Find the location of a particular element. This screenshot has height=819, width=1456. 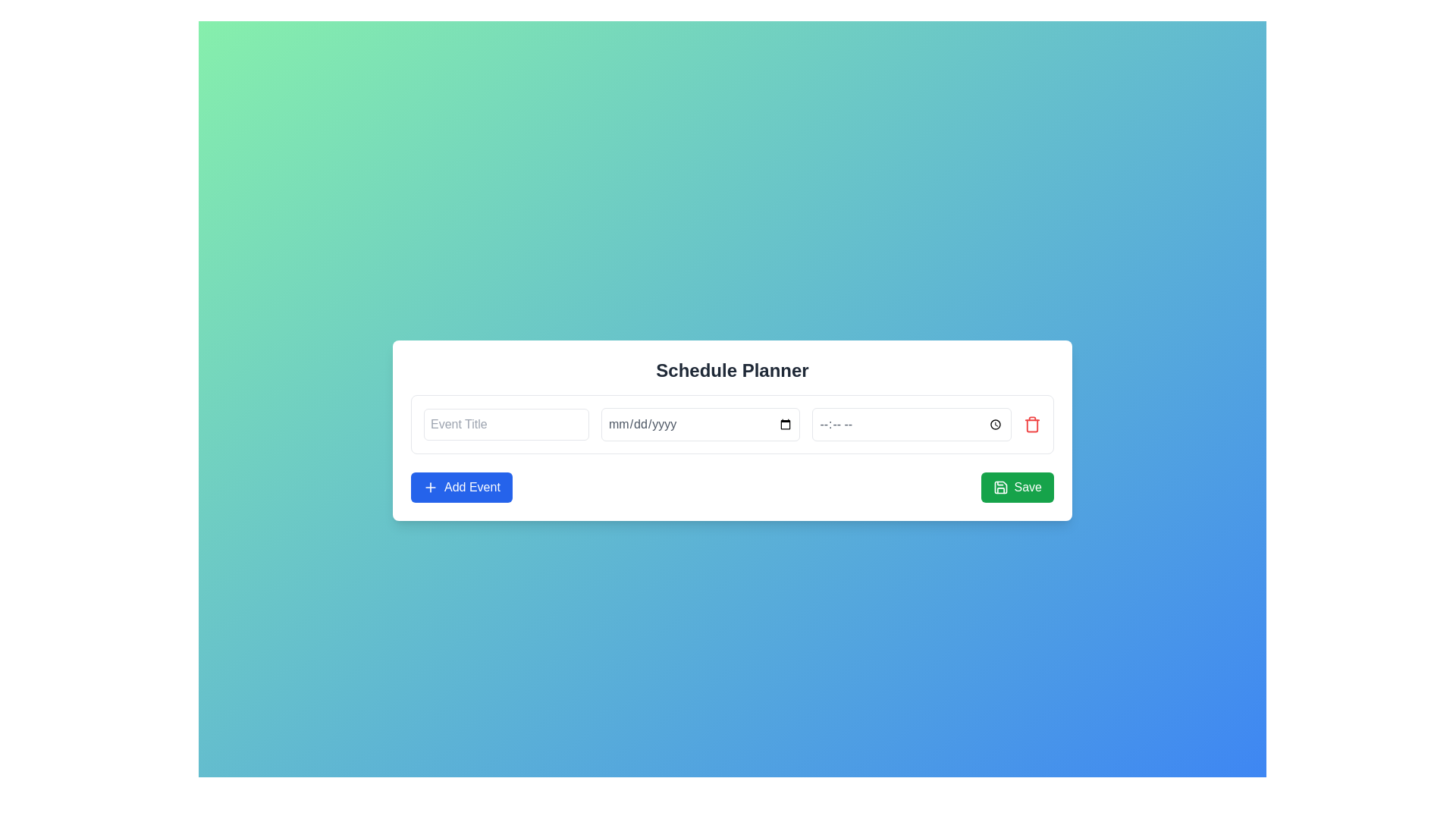

the delete icon located on the far right of the bordered rectangular section, which has a white background and aligns with the input fields for 'Event Title', 'Date', and 'Time' is located at coordinates (1031, 424).